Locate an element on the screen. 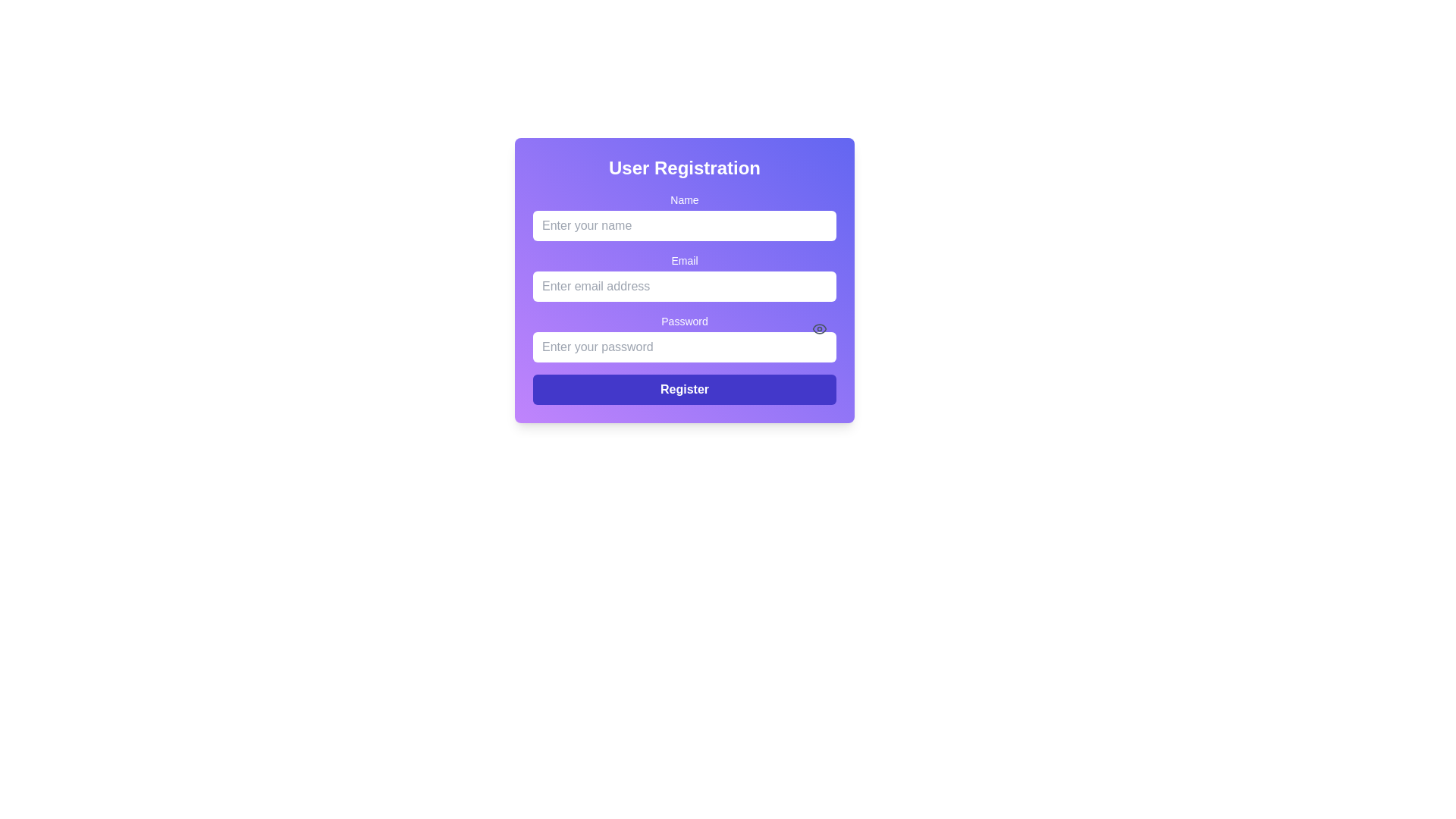  the eye icon button at the right end of the password input field is located at coordinates (818, 328).